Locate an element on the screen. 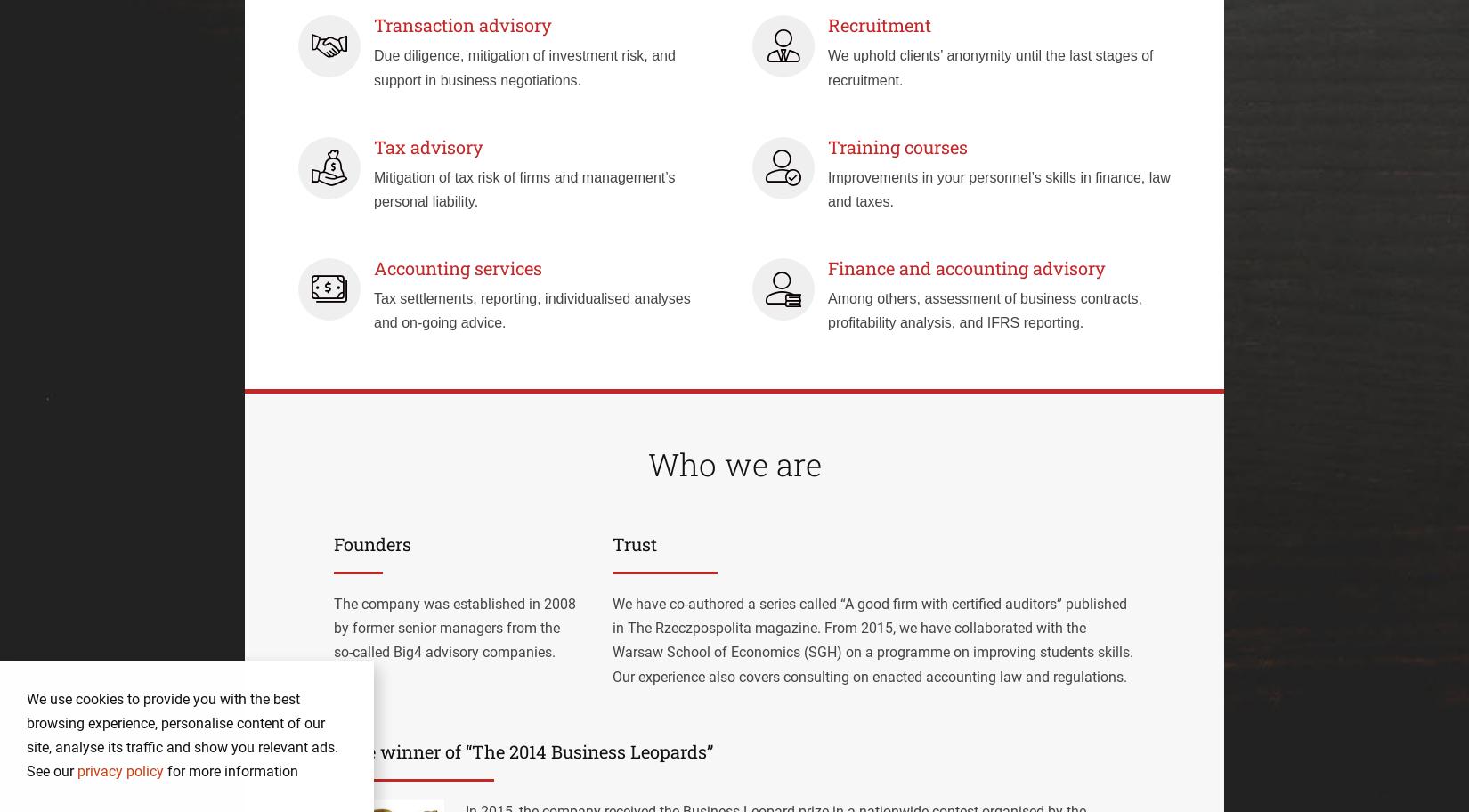 The width and height of the screenshot is (1469, 812). 'Who we are' is located at coordinates (733, 462).